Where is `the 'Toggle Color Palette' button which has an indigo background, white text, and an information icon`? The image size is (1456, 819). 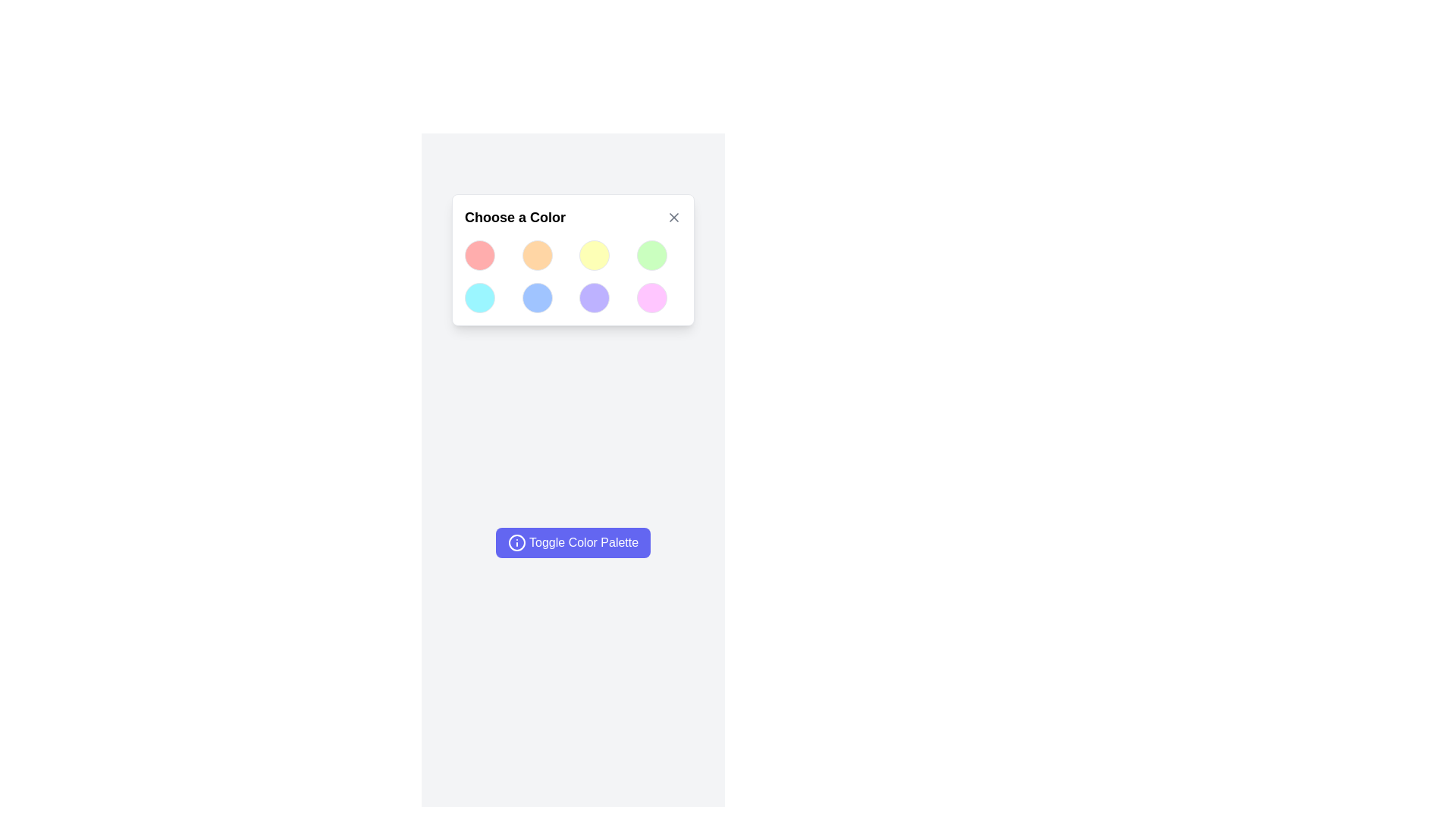
the 'Toggle Color Palette' button which has an indigo background, white text, and an information icon is located at coordinates (572, 541).